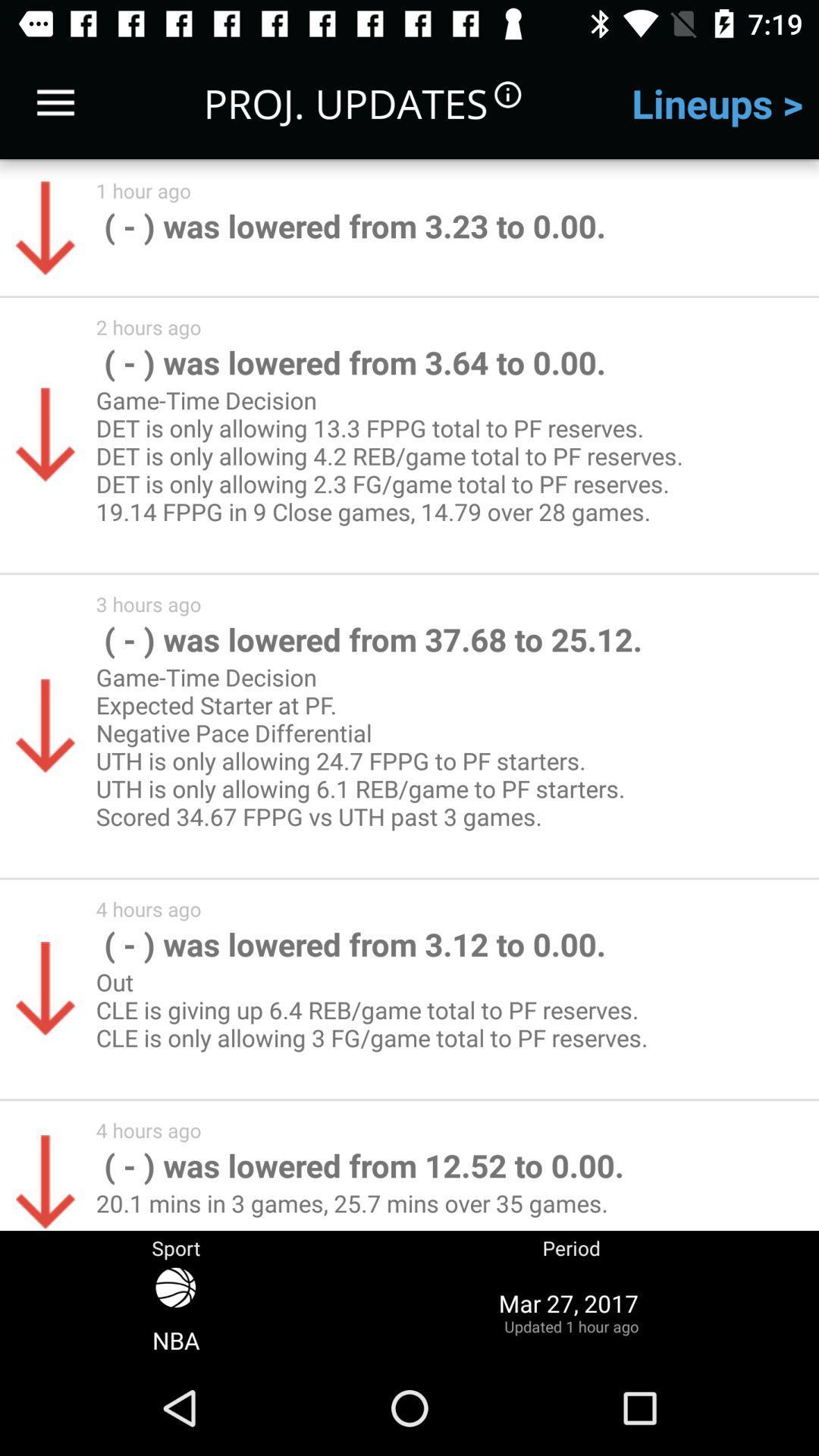  What do you see at coordinates (175, 1311) in the screenshot?
I see `the icon below sport icon` at bounding box center [175, 1311].